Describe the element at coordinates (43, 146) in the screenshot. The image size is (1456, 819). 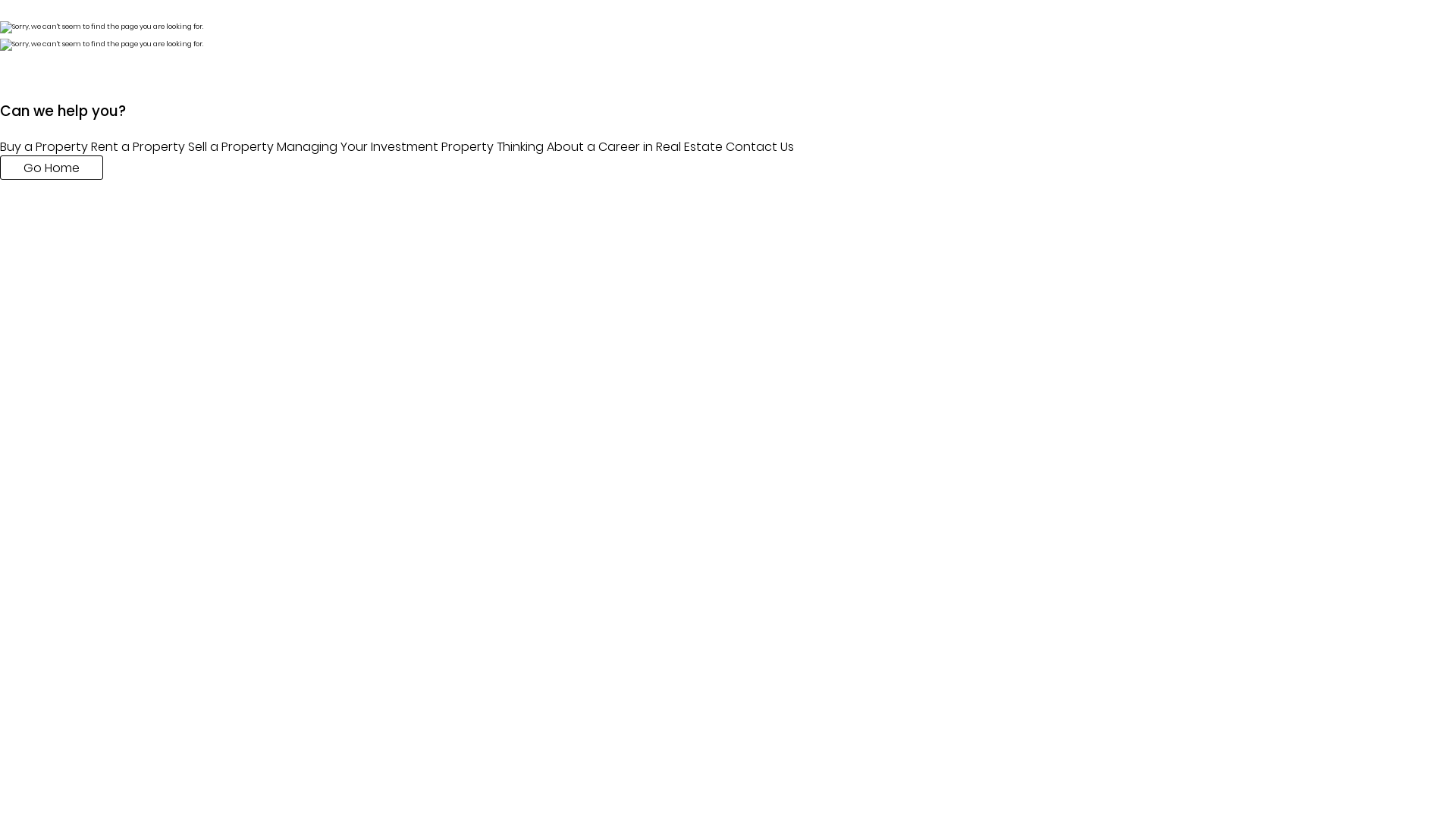
I see `'Buy a Property'` at that location.